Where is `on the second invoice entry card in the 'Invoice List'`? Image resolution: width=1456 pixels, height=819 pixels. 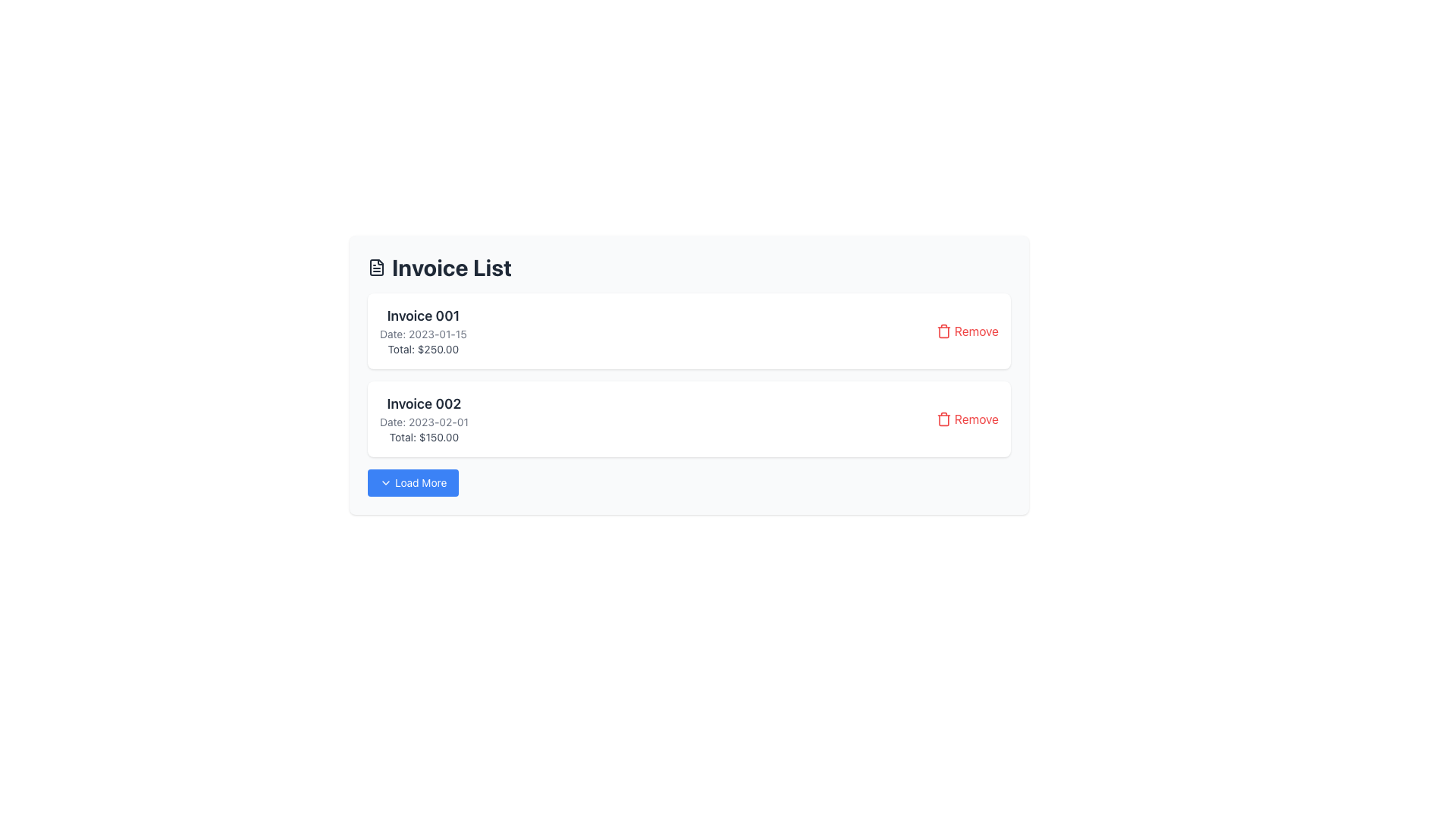 on the second invoice entry card in the 'Invoice List' is located at coordinates (688, 419).